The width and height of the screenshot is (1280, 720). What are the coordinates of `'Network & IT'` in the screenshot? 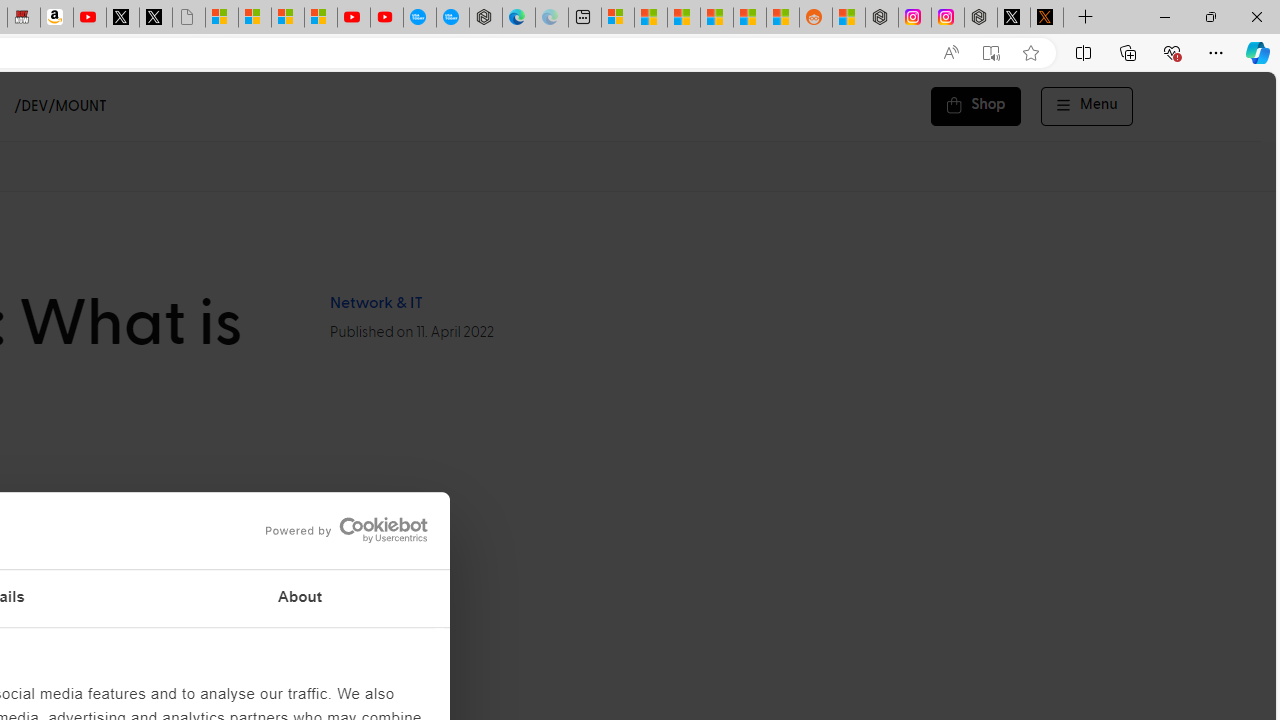 It's located at (375, 303).